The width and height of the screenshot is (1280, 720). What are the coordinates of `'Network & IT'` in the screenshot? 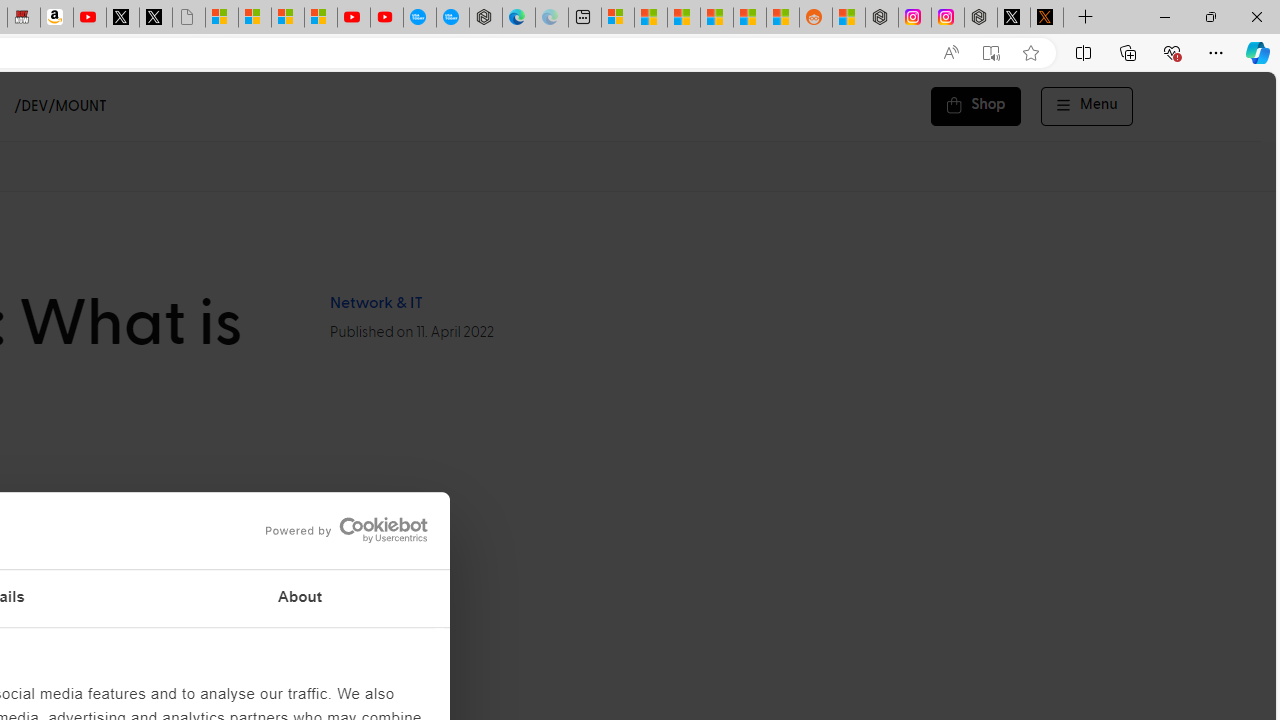 It's located at (375, 303).